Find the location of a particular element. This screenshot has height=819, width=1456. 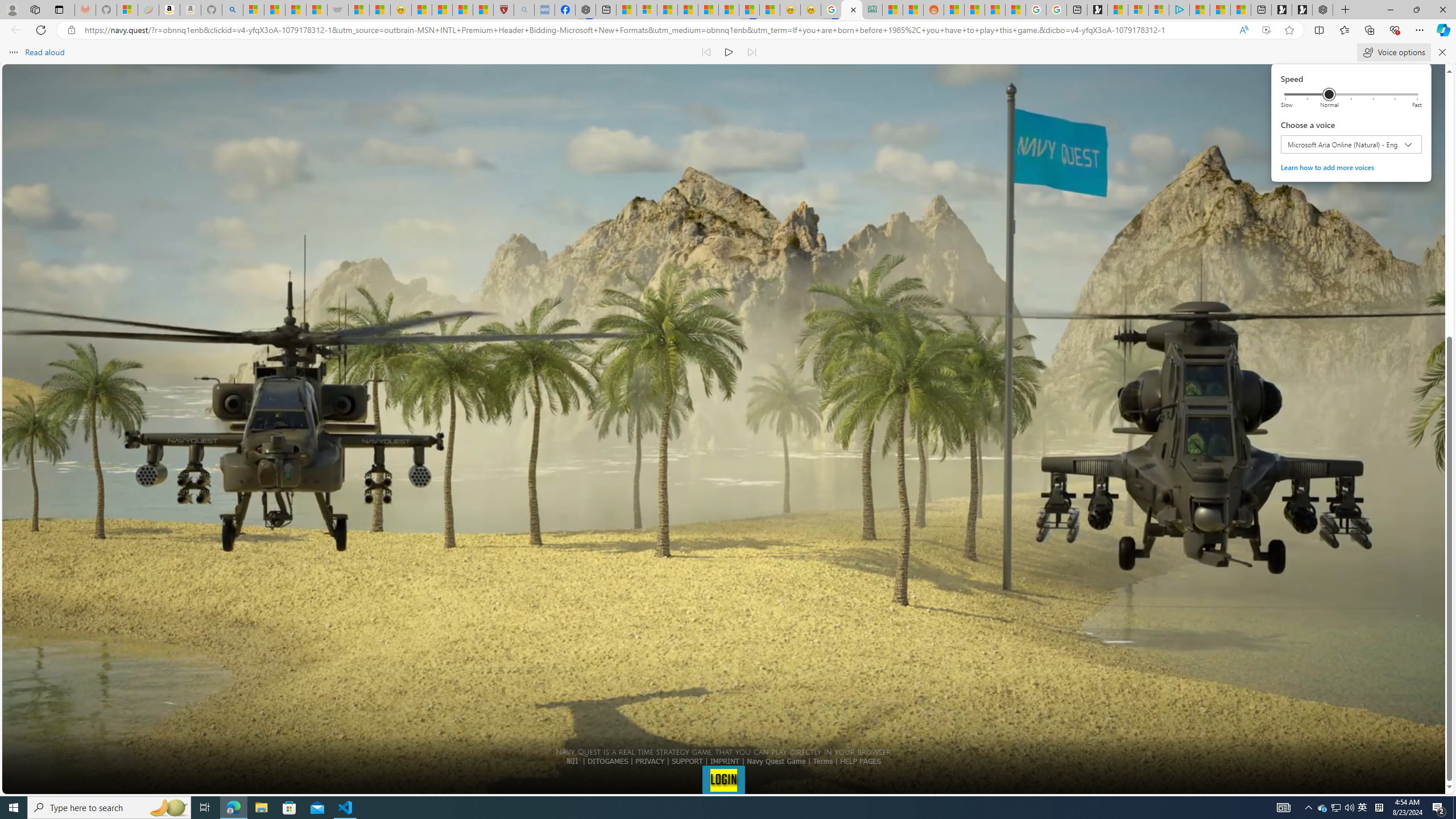

'IMPRINT' is located at coordinates (724, 760).